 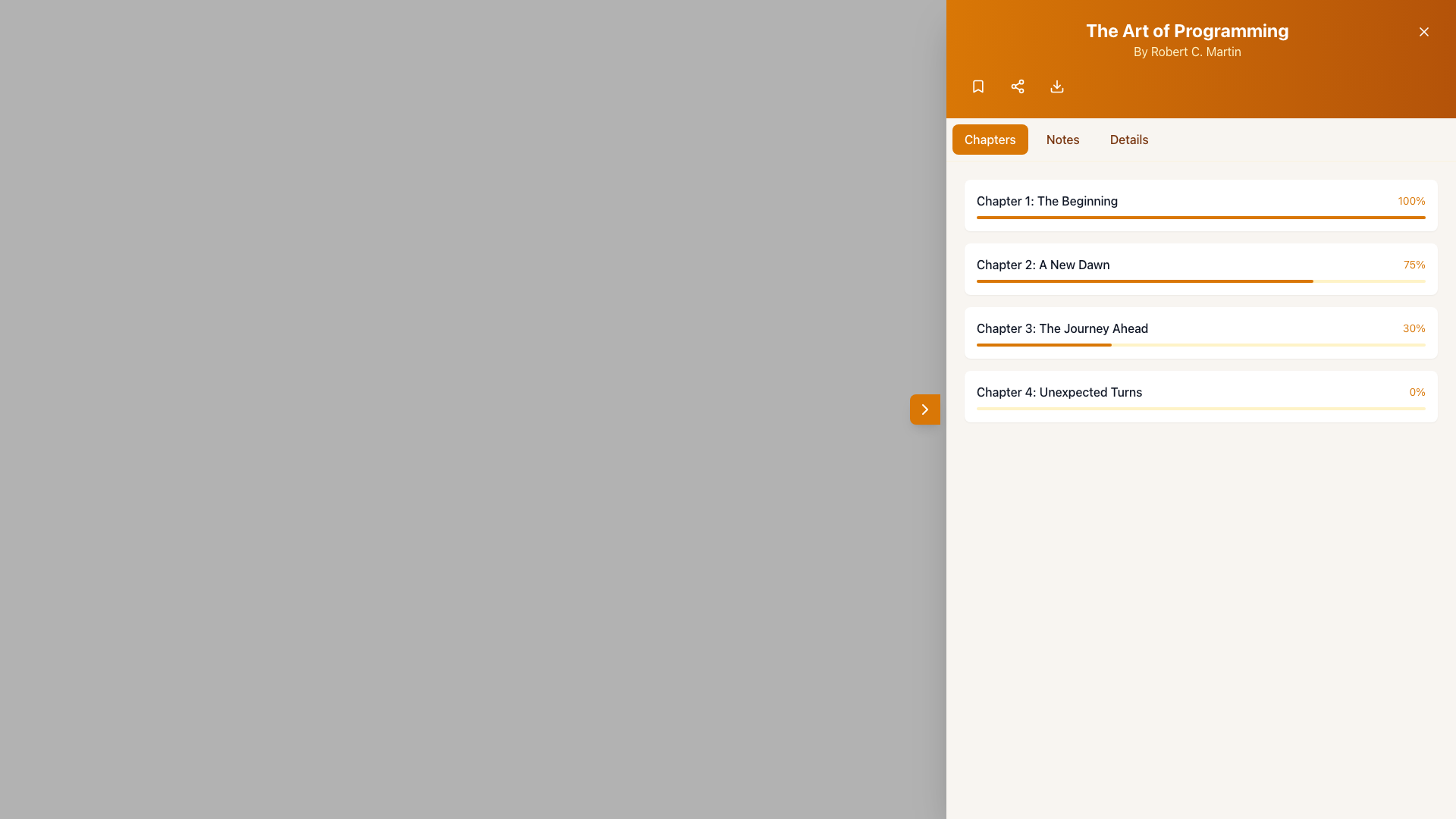 I want to click on the navigation icon located at the left edge of the vertical menu panel, which is part of an amber-colored button with rounded corners, so click(x=924, y=409).